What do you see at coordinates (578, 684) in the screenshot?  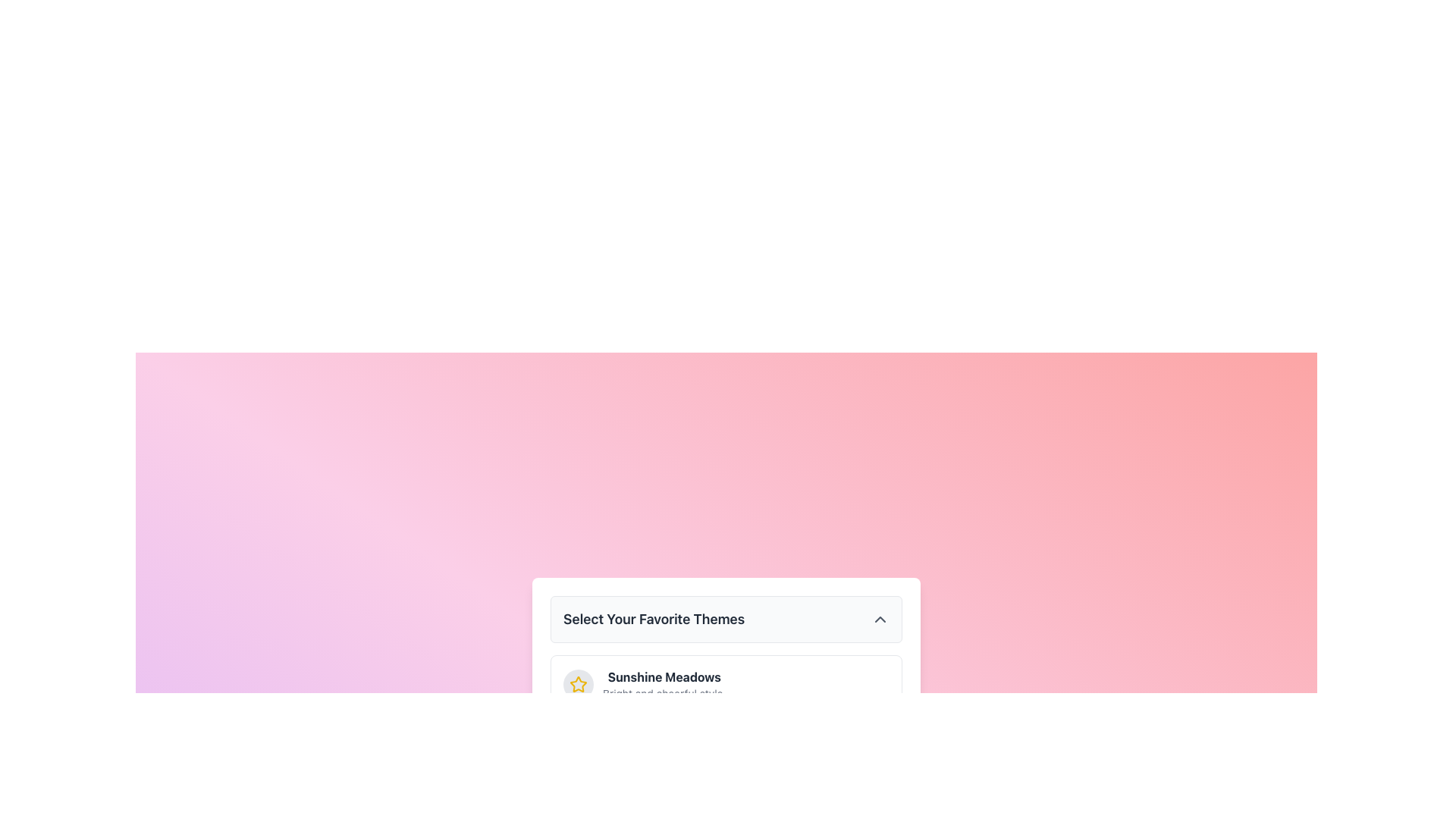 I see `the yellow star-shaped icon within the circular button to favorite or rate the item labeled 'Sunshine Meadows'` at bounding box center [578, 684].